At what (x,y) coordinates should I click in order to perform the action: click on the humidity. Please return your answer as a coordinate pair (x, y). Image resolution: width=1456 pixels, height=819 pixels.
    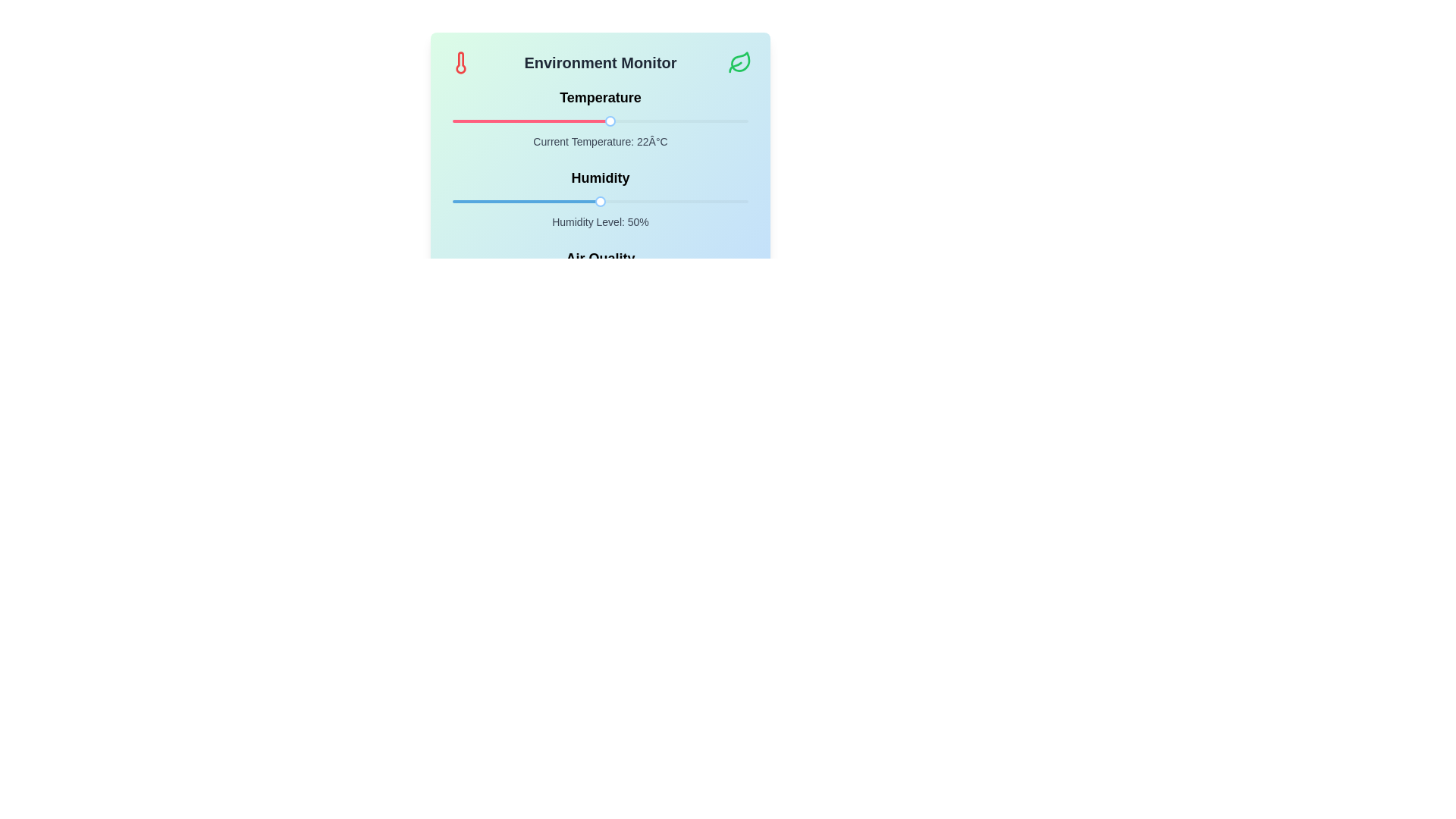
    Looking at the image, I should click on (576, 201).